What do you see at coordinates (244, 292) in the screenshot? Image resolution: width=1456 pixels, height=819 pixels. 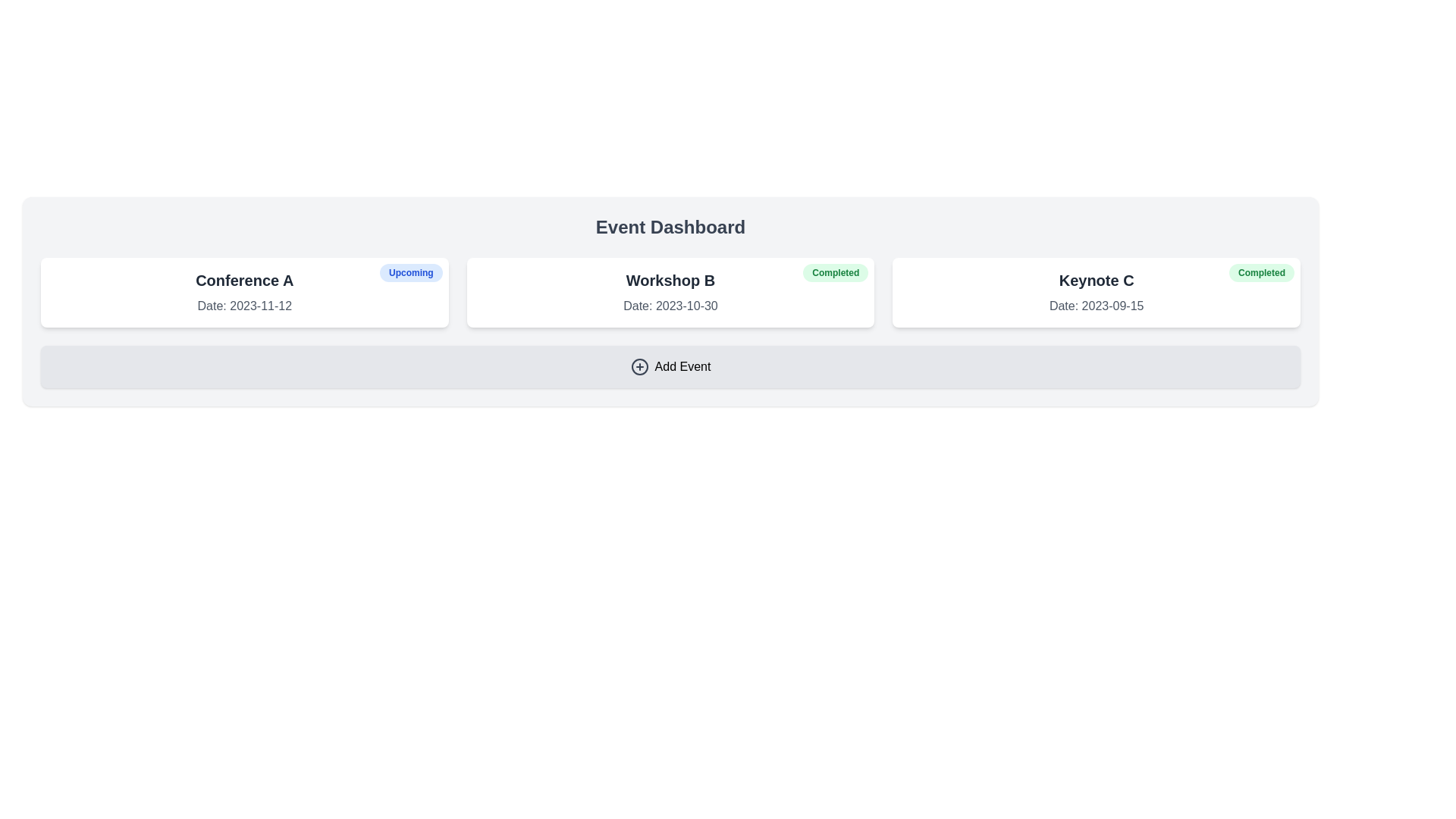 I see `the Event card` at bounding box center [244, 292].